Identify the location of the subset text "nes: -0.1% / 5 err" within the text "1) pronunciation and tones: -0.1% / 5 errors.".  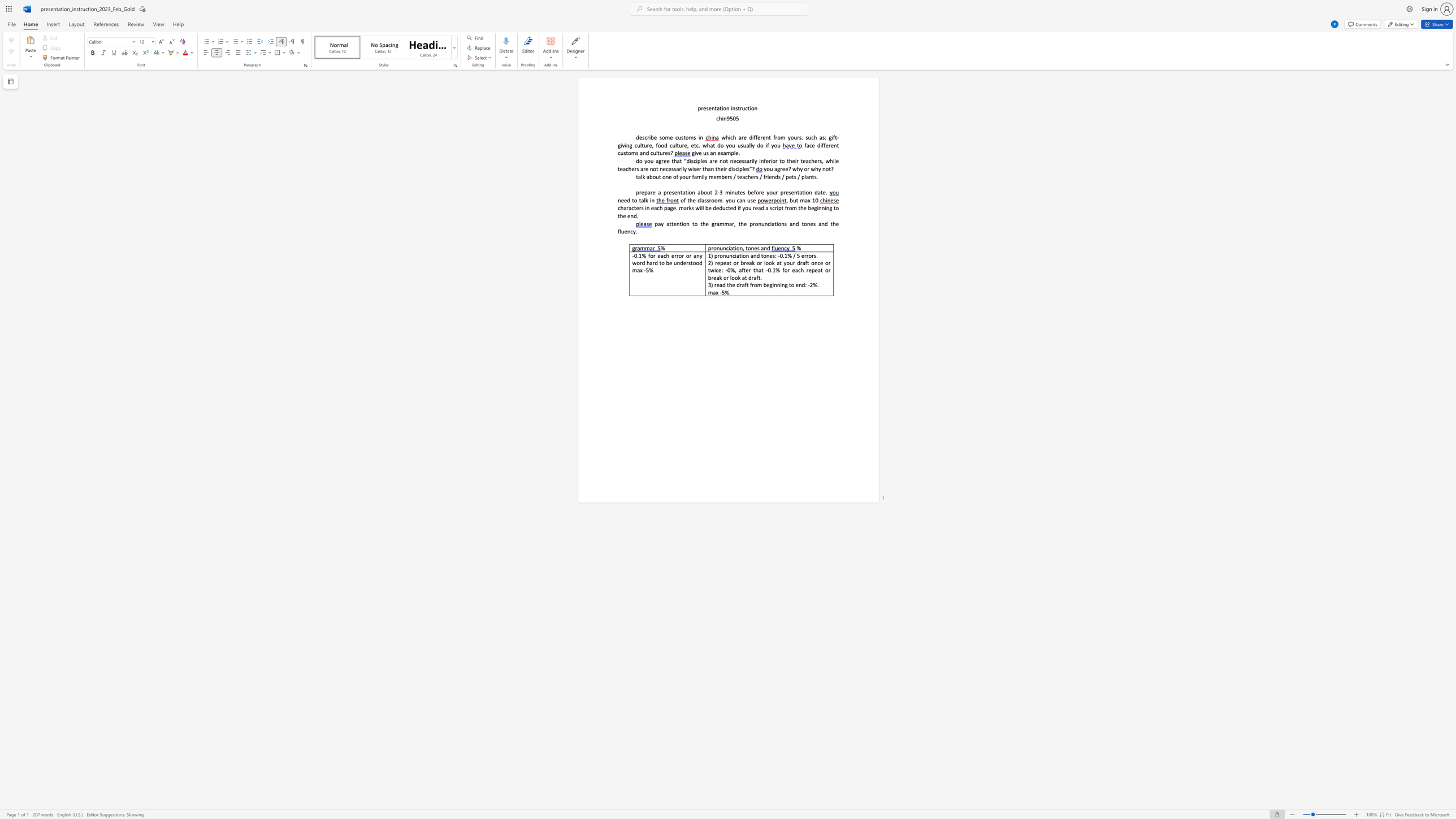
(765, 255).